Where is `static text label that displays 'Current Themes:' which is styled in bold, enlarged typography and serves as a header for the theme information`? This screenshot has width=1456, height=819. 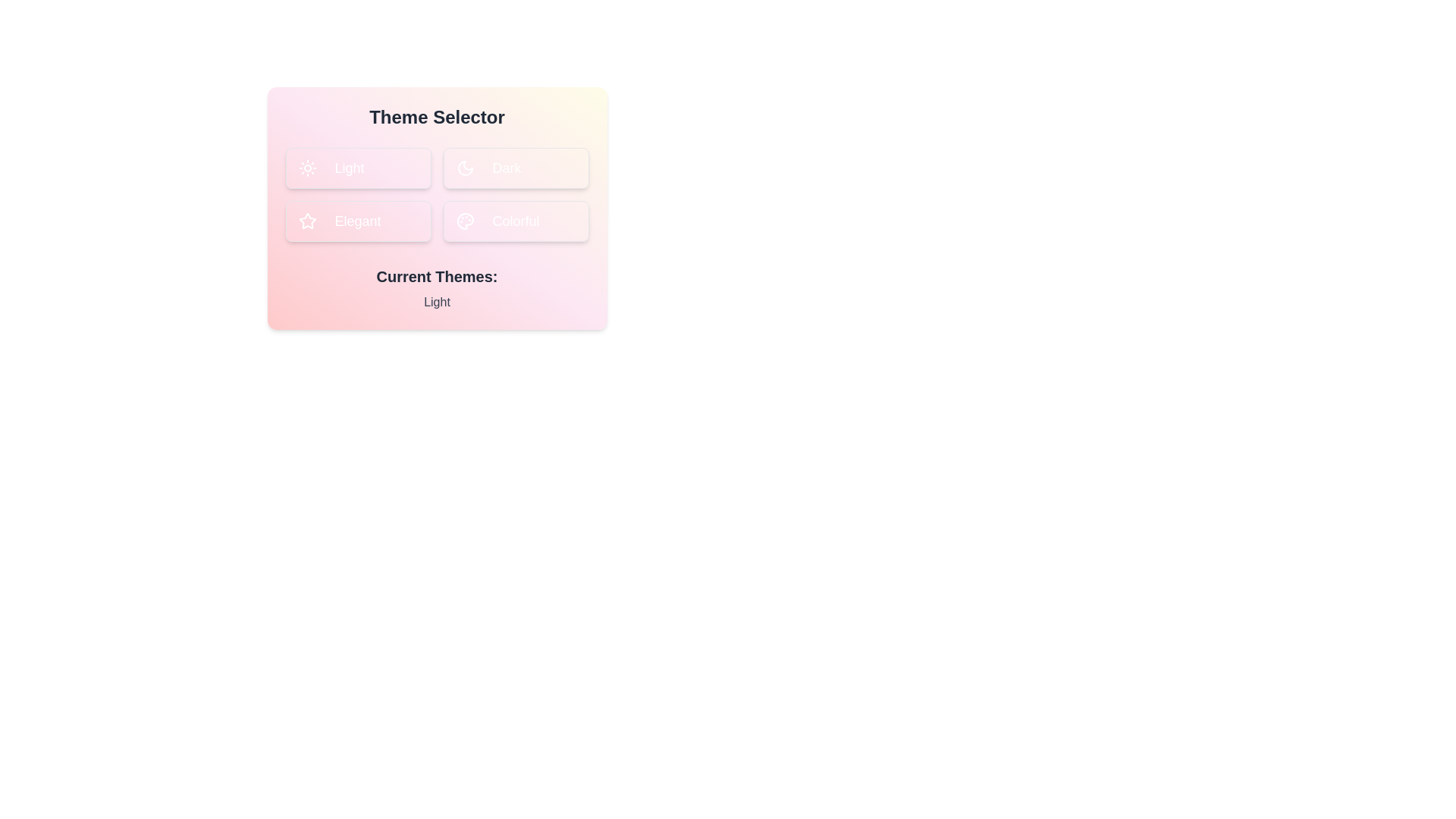
static text label that displays 'Current Themes:' which is styled in bold, enlarged typography and serves as a header for the theme information is located at coordinates (436, 277).